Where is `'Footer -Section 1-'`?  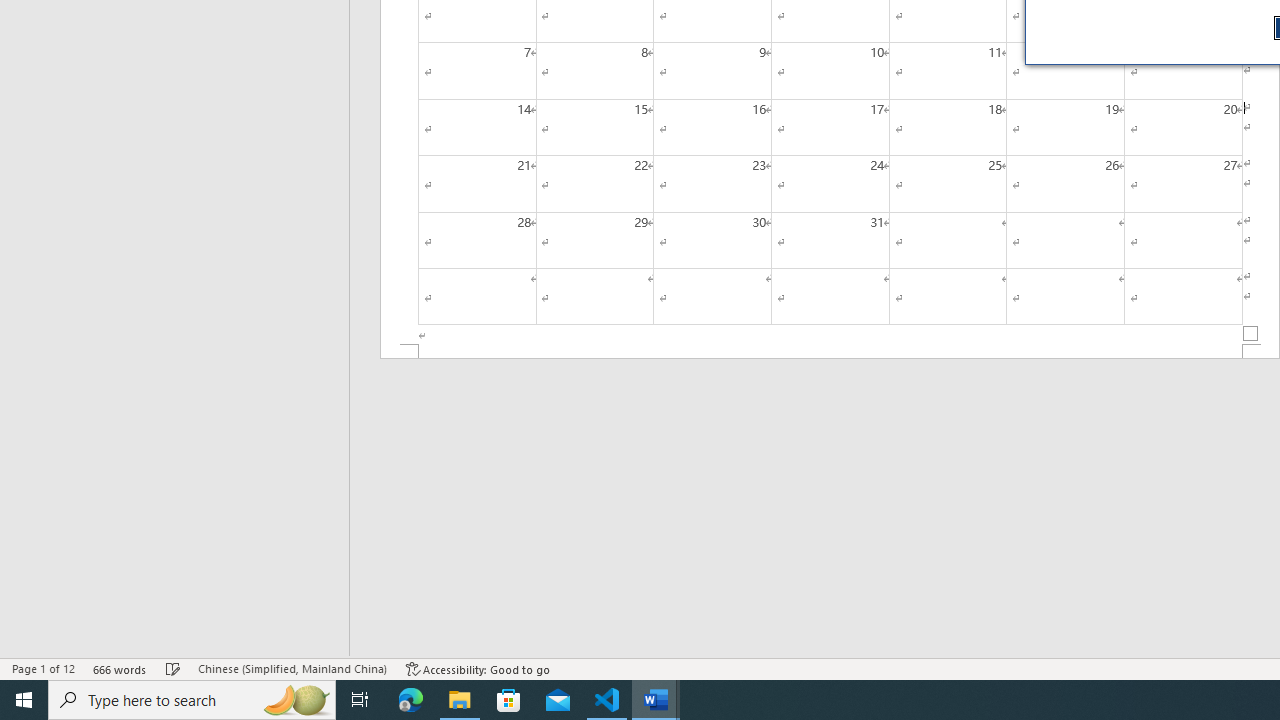
'Footer -Section 1-' is located at coordinates (830, 350).